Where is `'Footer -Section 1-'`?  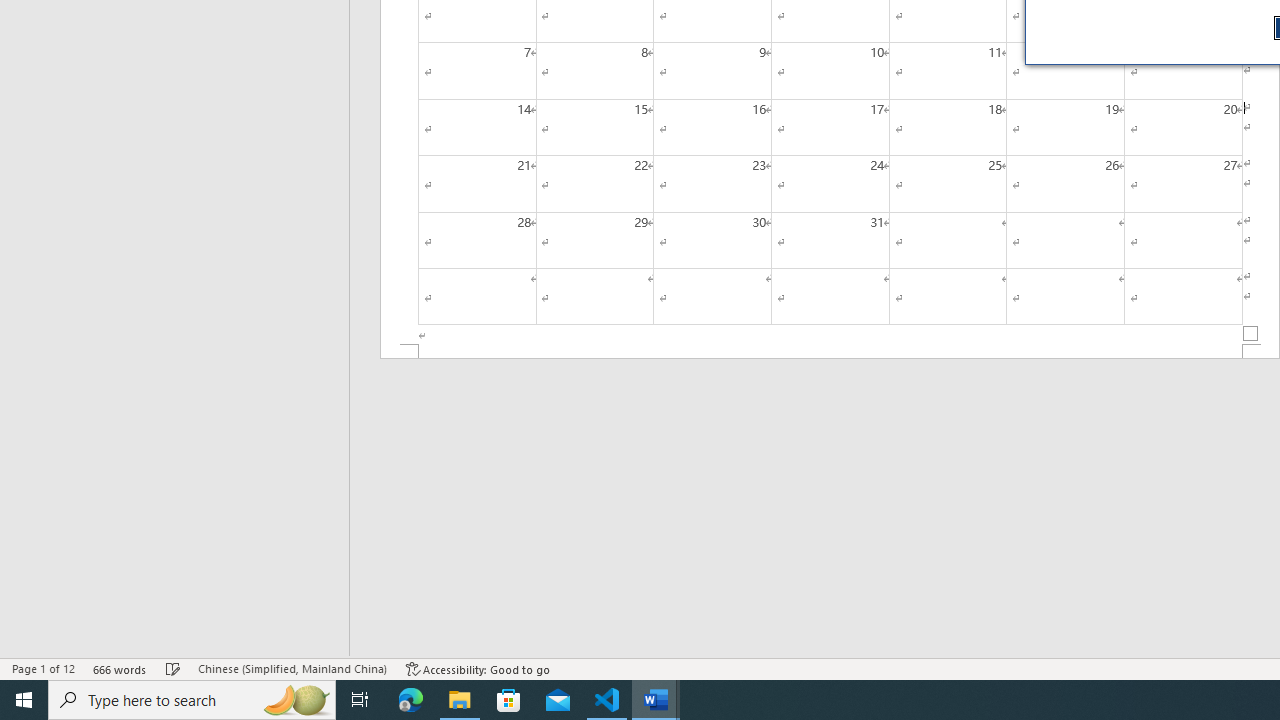
'Footer -Section 1-' is located at coordinates (830, 350).